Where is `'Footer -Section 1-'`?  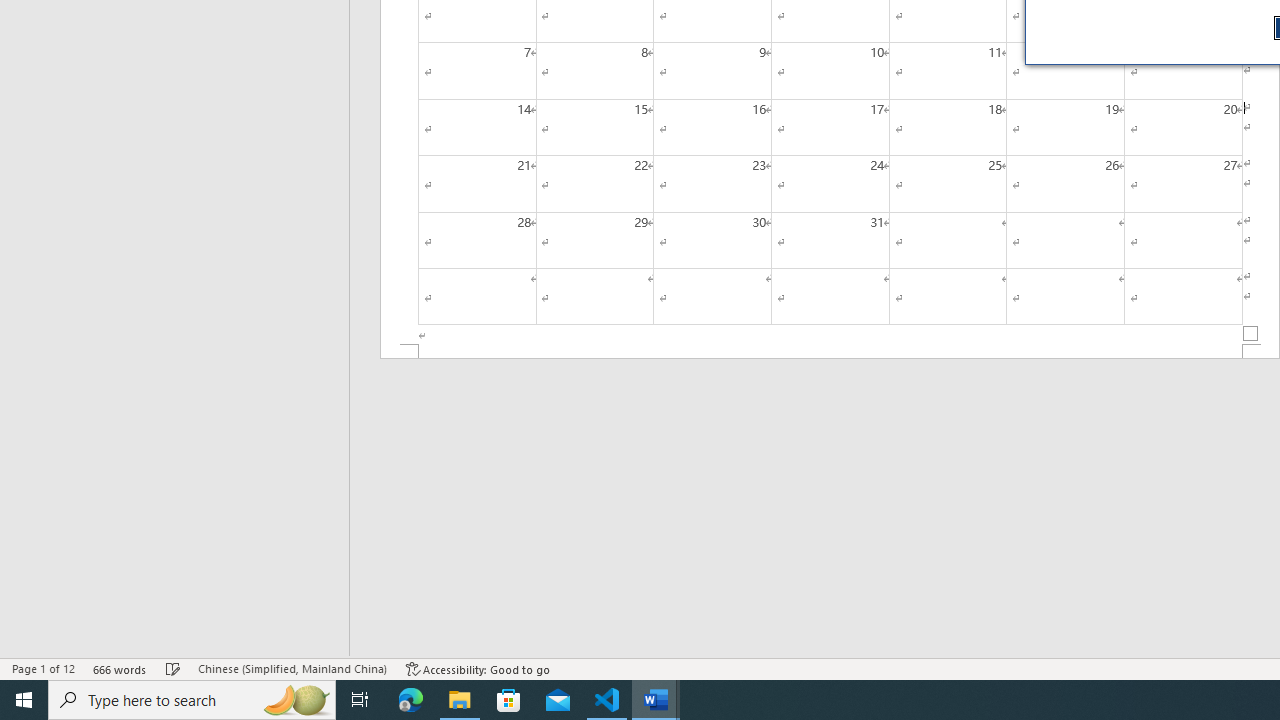
'Footer -Section 1-' is located at coordinates (830, 350).